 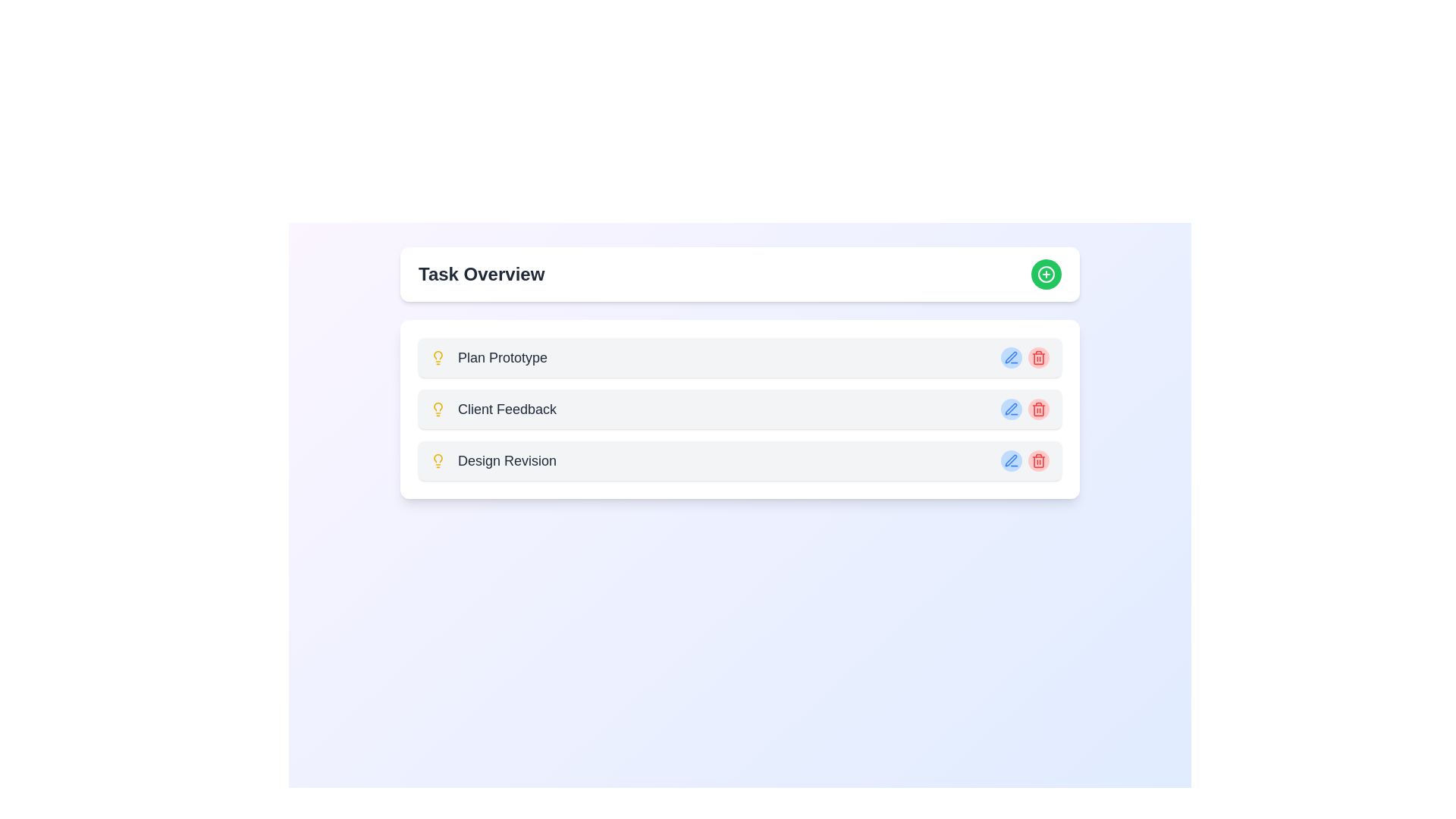 I want to click on the 'Edit' icon button located in the second task row named 'Client Feedback', which is the second button from the right in a set of two interactive buttons, so click(x=1012, y=409).